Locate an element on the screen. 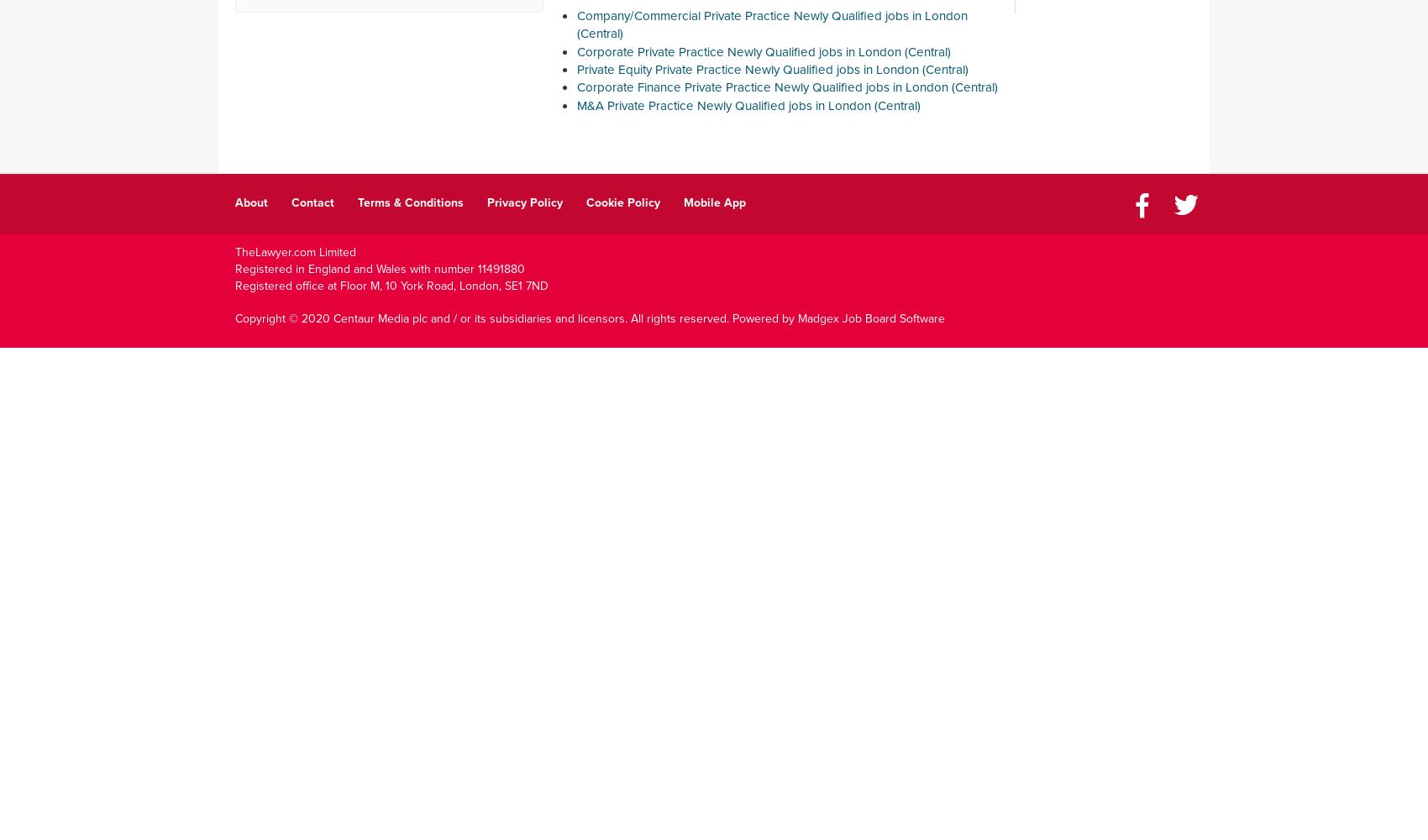 Image resolution: width=1428 pixels, height=840 pixels. 'TheLawyer.com Limited' is located at coordinates (295, 252).